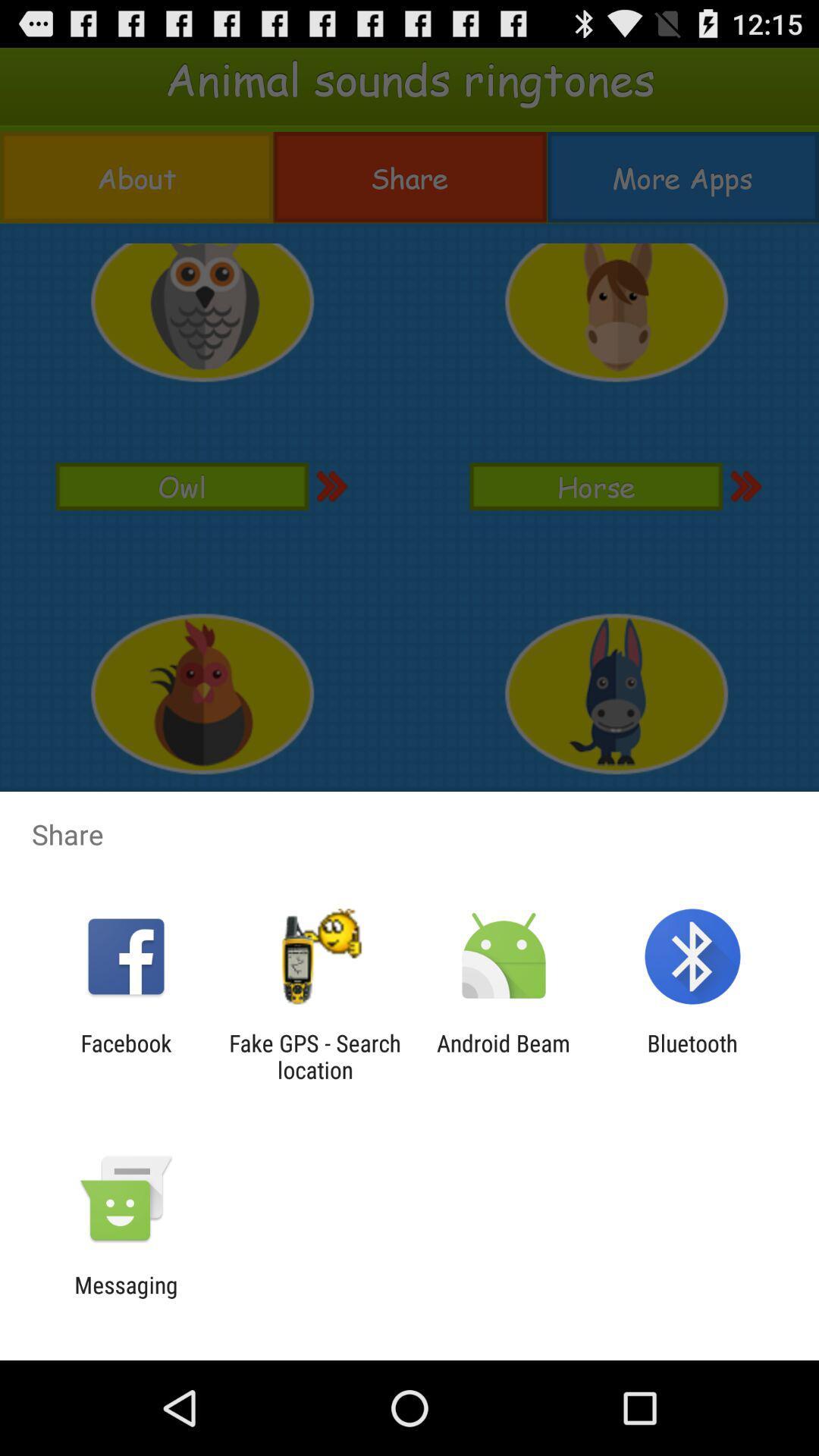  What do you see at coordinates (314, 1056) in the screenshot?
I see `fake gps search icon` at bounding box center [314, 1056].